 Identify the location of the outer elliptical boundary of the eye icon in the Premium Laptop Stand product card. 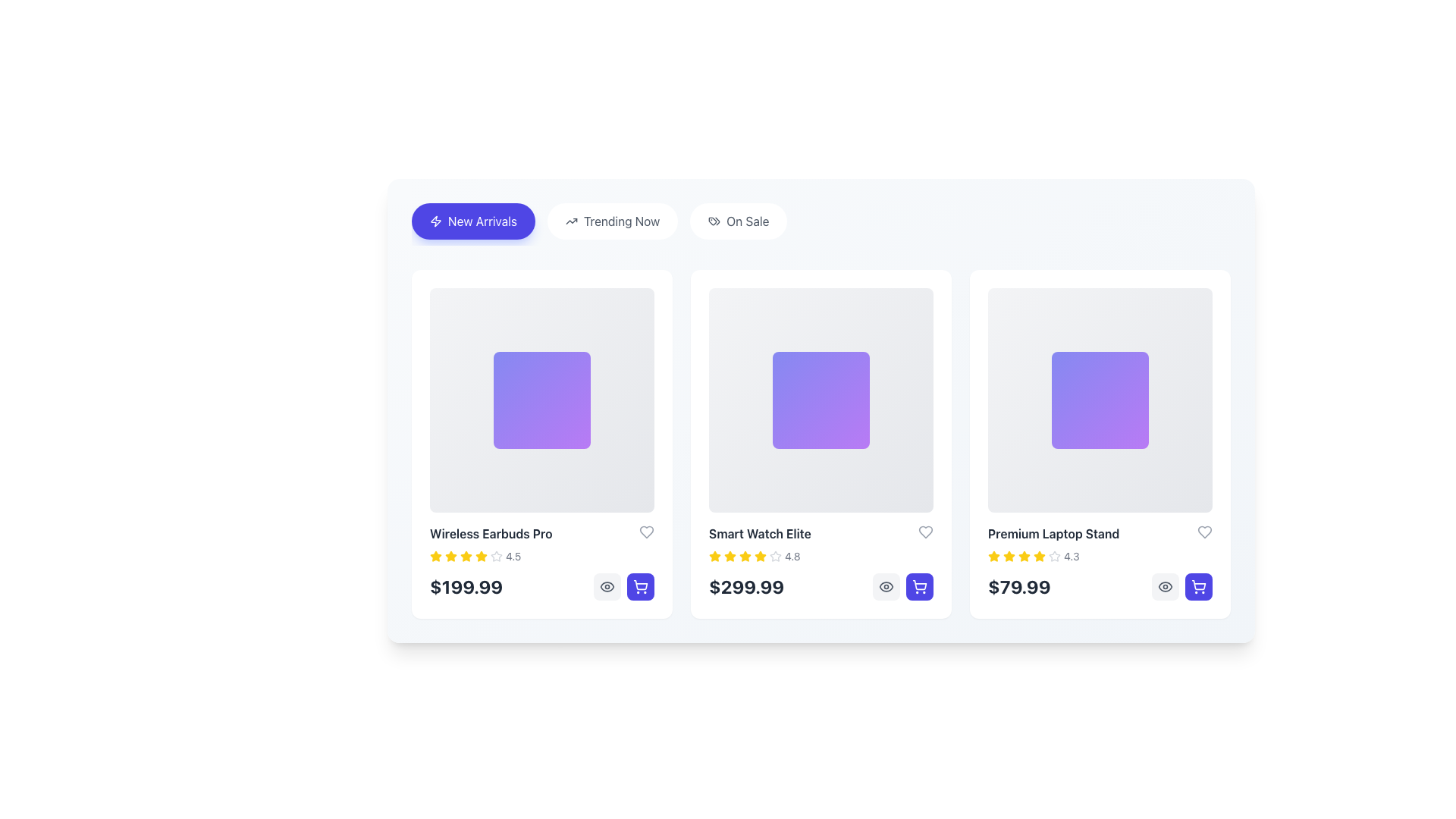
(1164, 586).